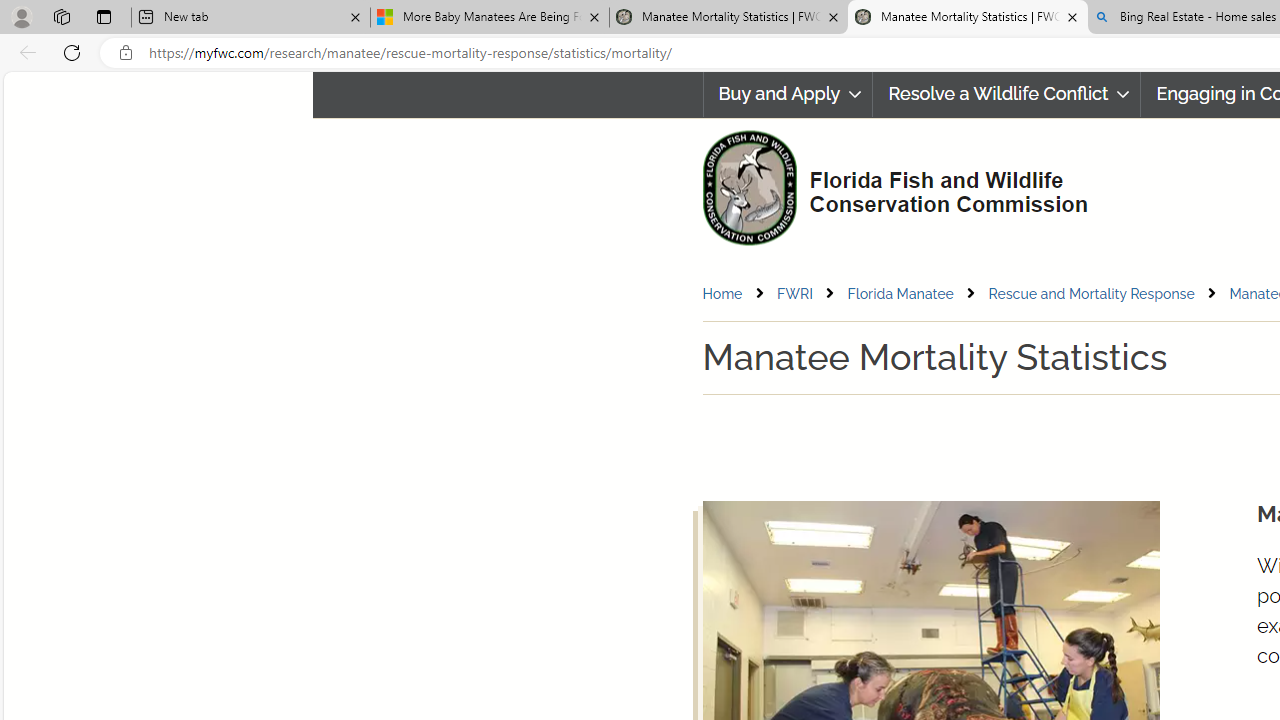 Image resolution: width=1280 pixels, height=720 pixels. Describe the element at coordinates (748, 187) in the screenshot. I see `'FWC Logo'` at that location.